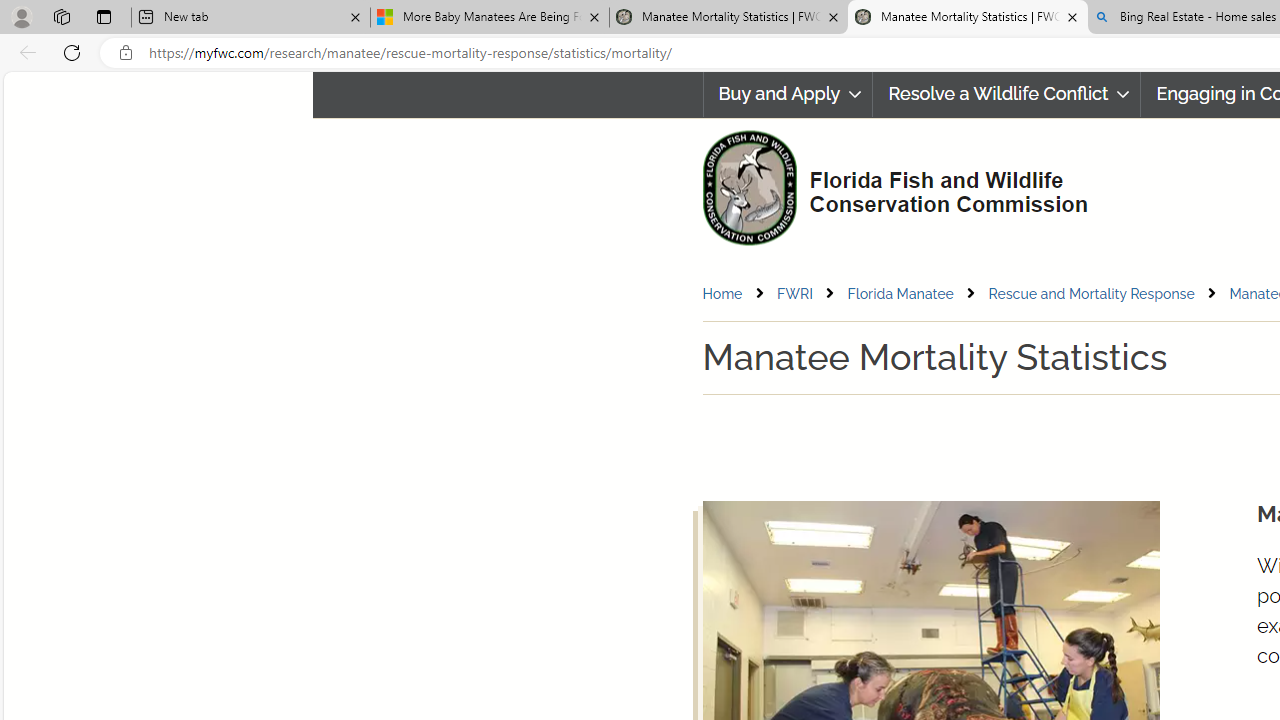 Image resolution: width=1280 pixels, height=720 pixels. Describe the element at coordinates (748, 187) in the screenshot. I see `'FWC Logo'` at that location.